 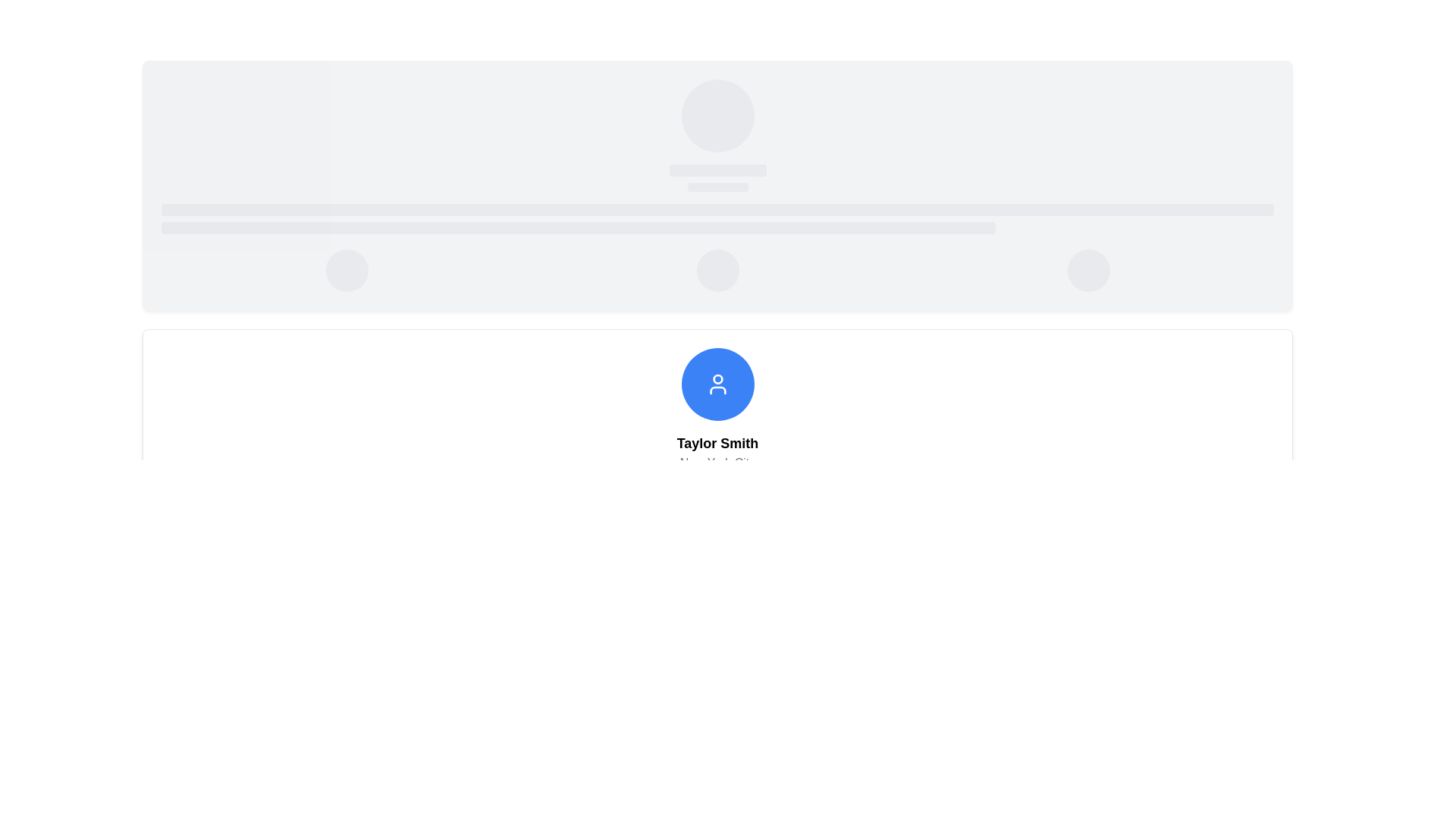 What do you see at coordinates (717, 462) in the screenshot?
I see `the text label reading 'New York City', which is styled in light gray and located beneath 'Taylor Smith' on the main user panel` at bounding box center [717, 462].